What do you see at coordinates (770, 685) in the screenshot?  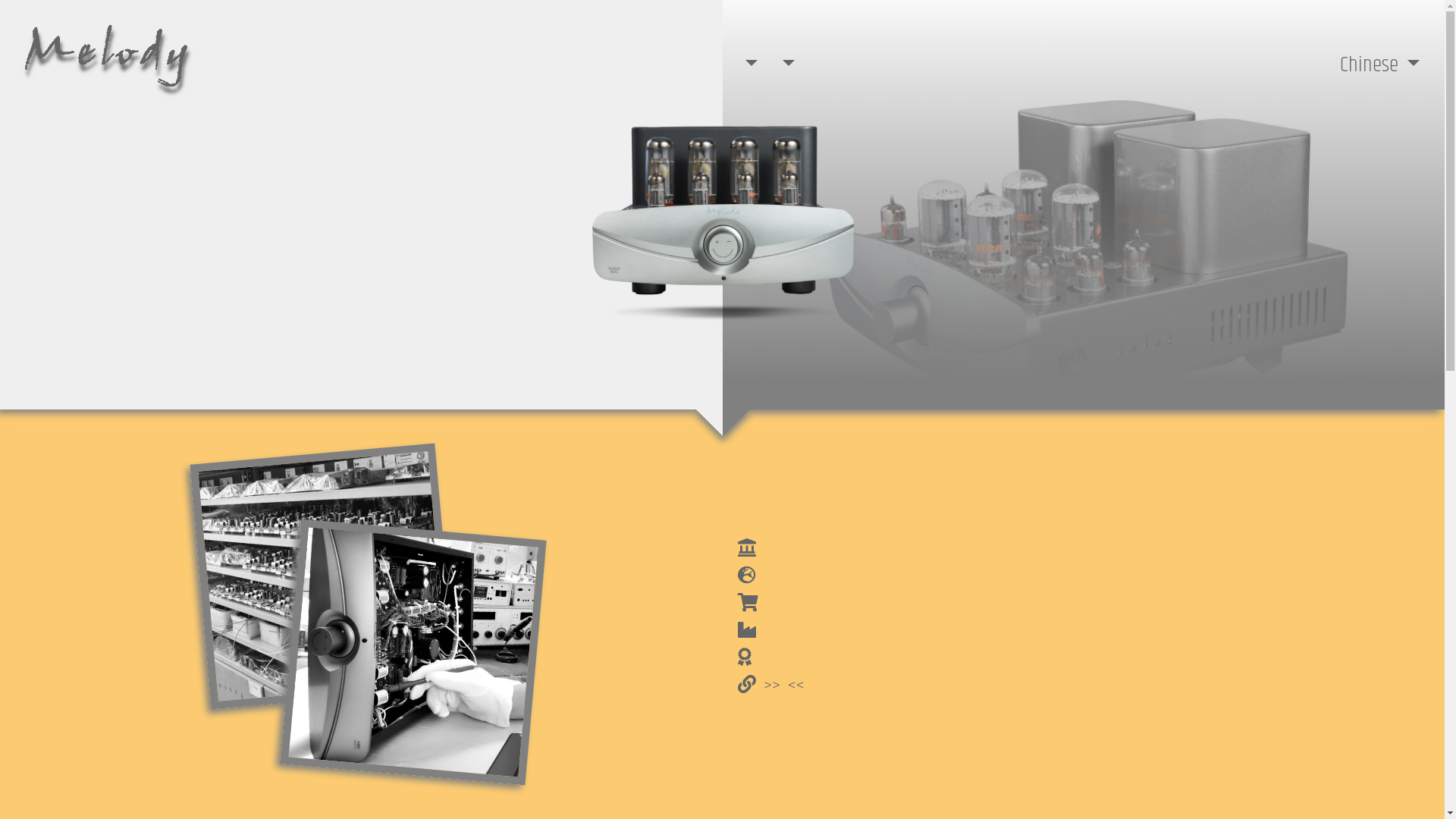 I see `'  >>  <<'` at bounding box center [770, 685].